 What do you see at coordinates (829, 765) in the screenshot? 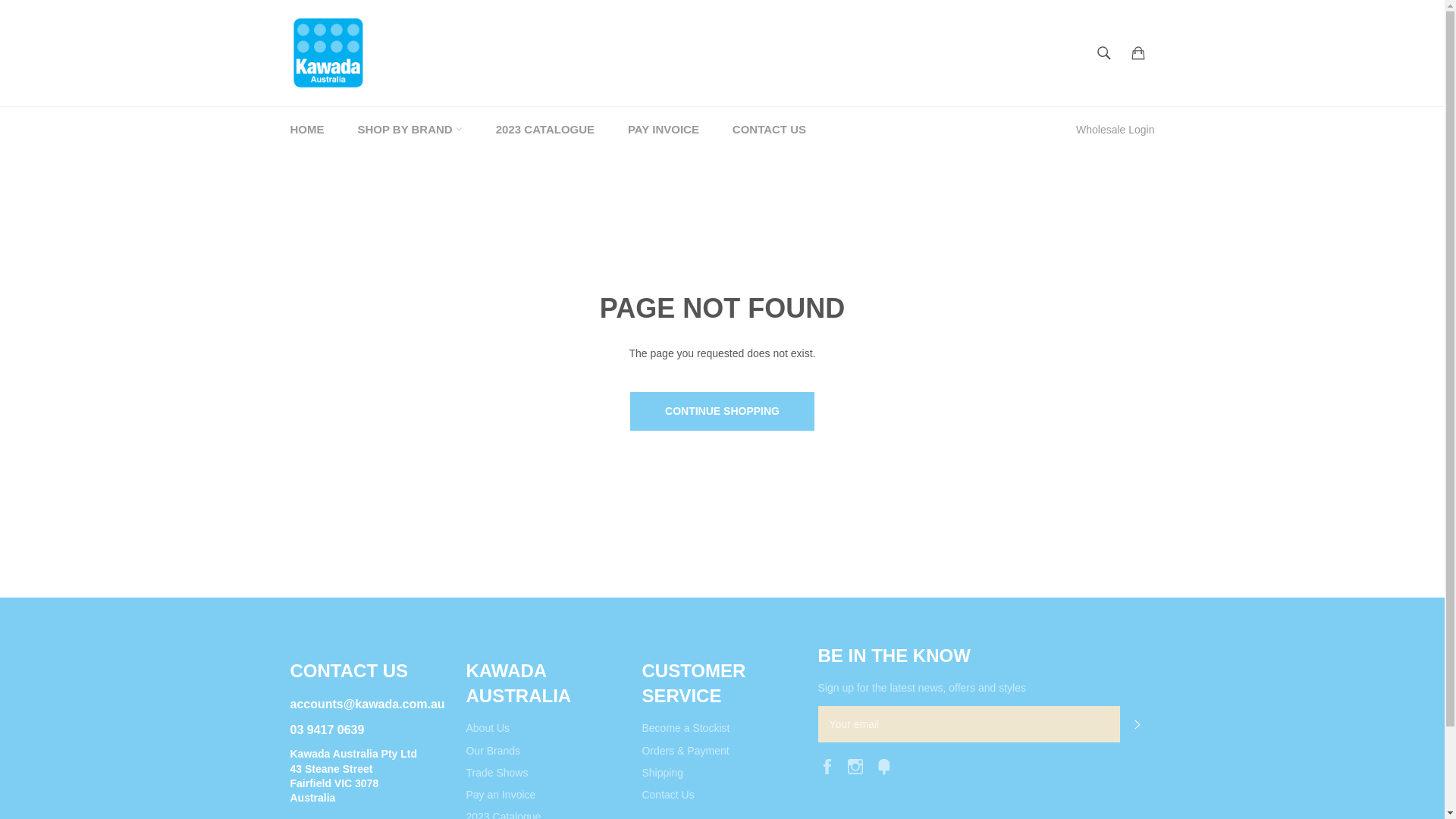
I see `'Facebook'` at bounding box center [829, 765].